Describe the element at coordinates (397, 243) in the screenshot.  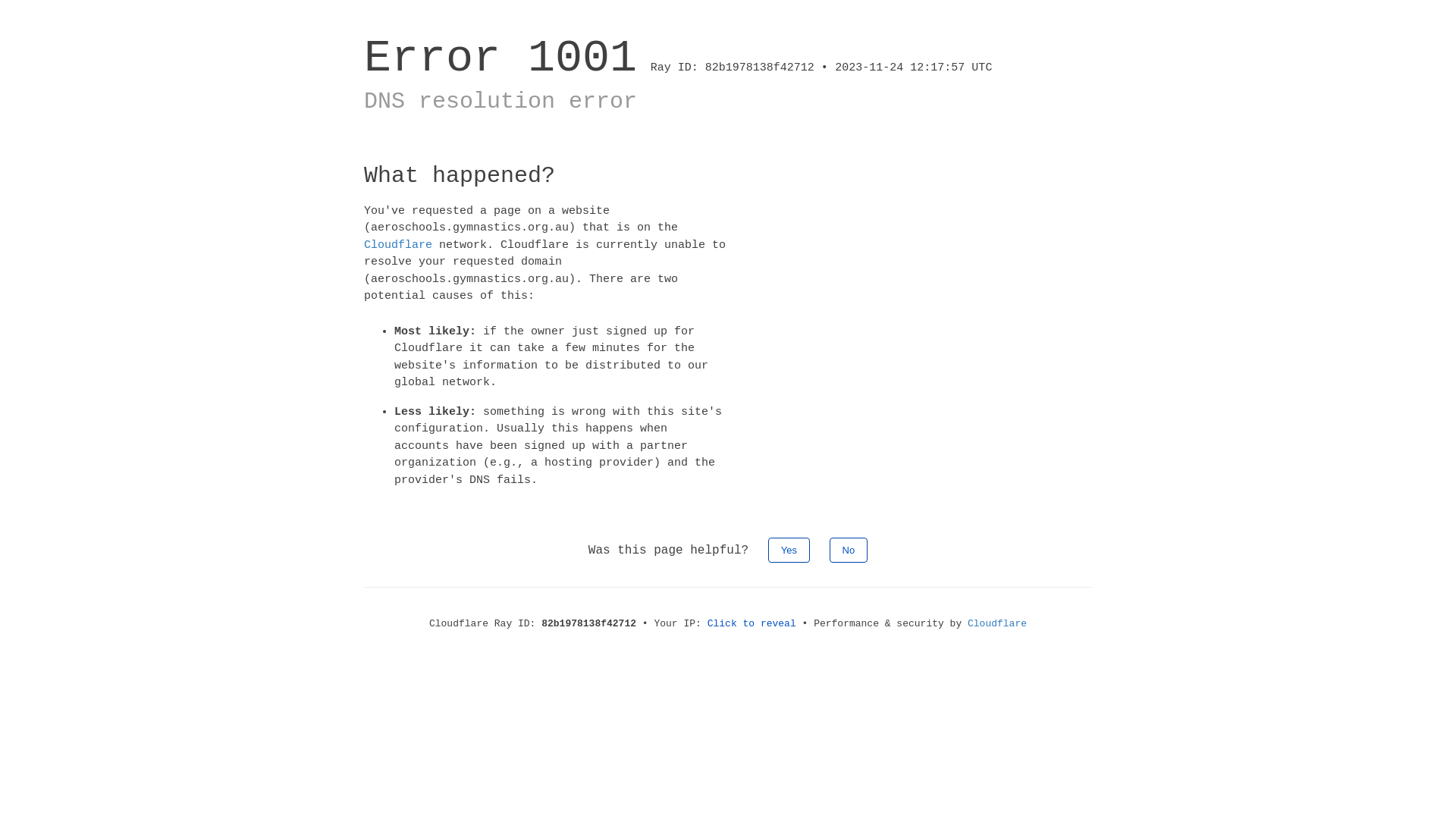
I see `'Cloudflare'` at that location.